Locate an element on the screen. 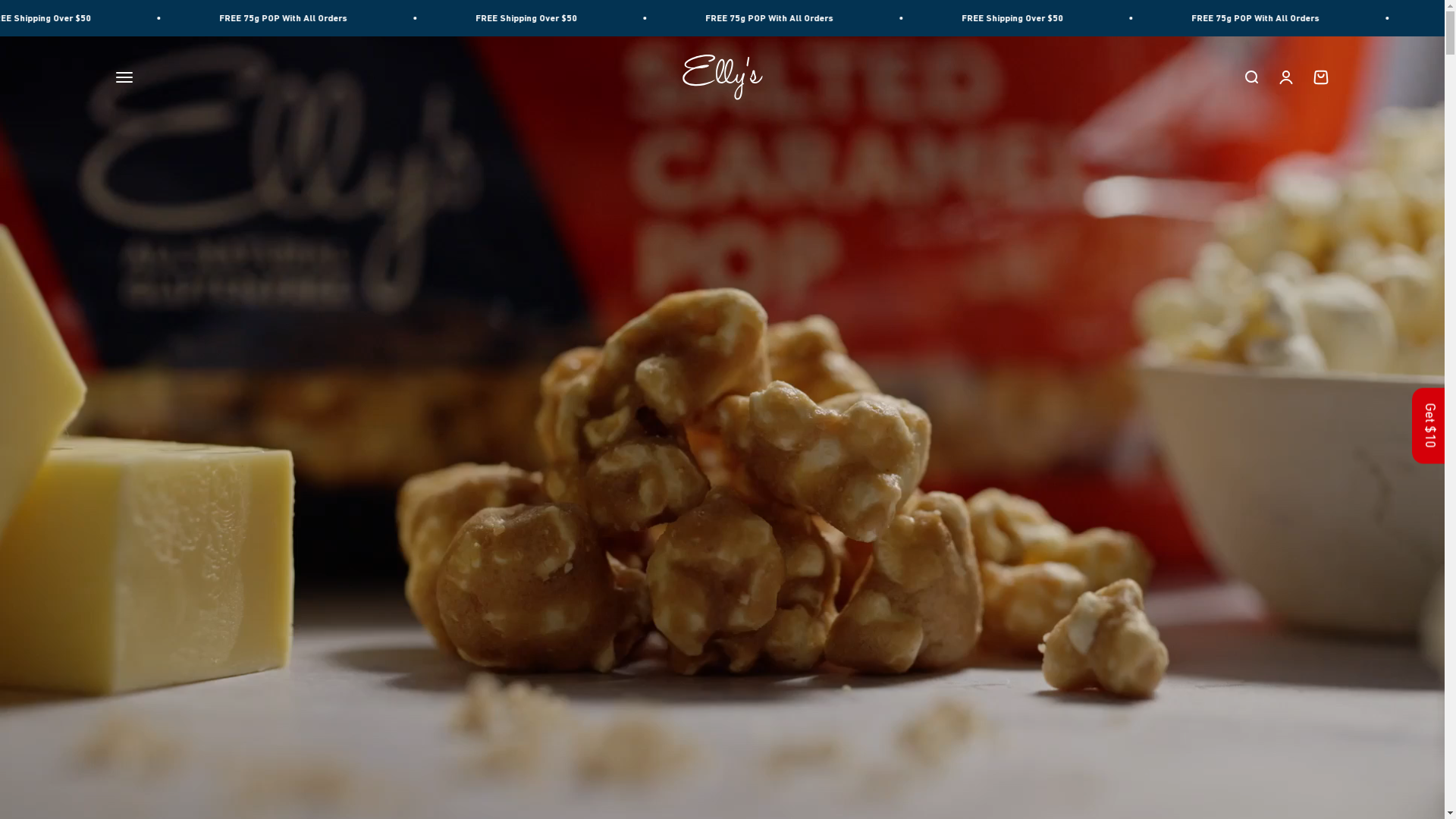 This screenshot has height=819, width=1456. 'Open cart is located at coordinates (1319, 77).